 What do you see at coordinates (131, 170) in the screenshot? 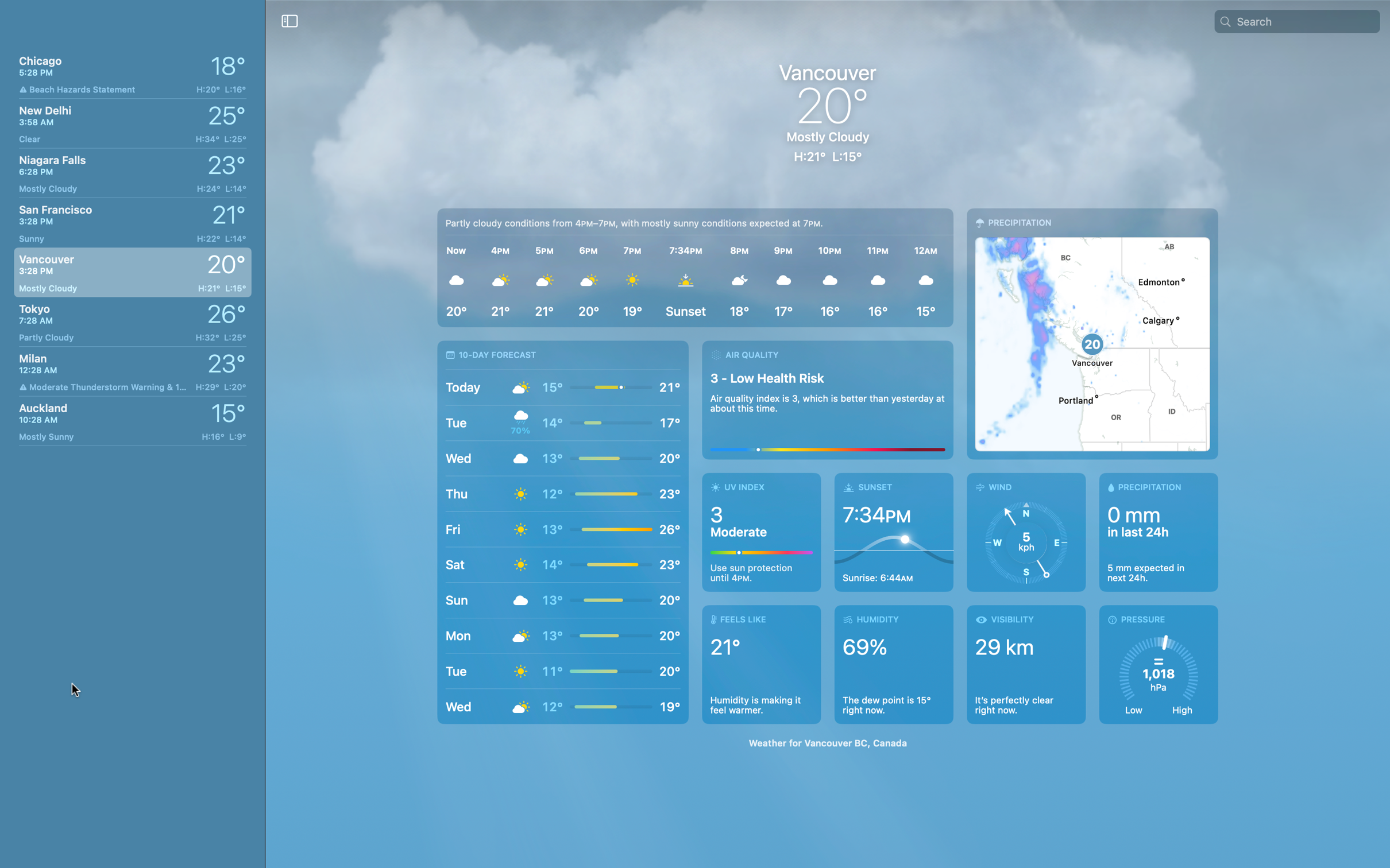
I see `Determine the current climate for Niagara Falls` at bounding box center [131, 170].